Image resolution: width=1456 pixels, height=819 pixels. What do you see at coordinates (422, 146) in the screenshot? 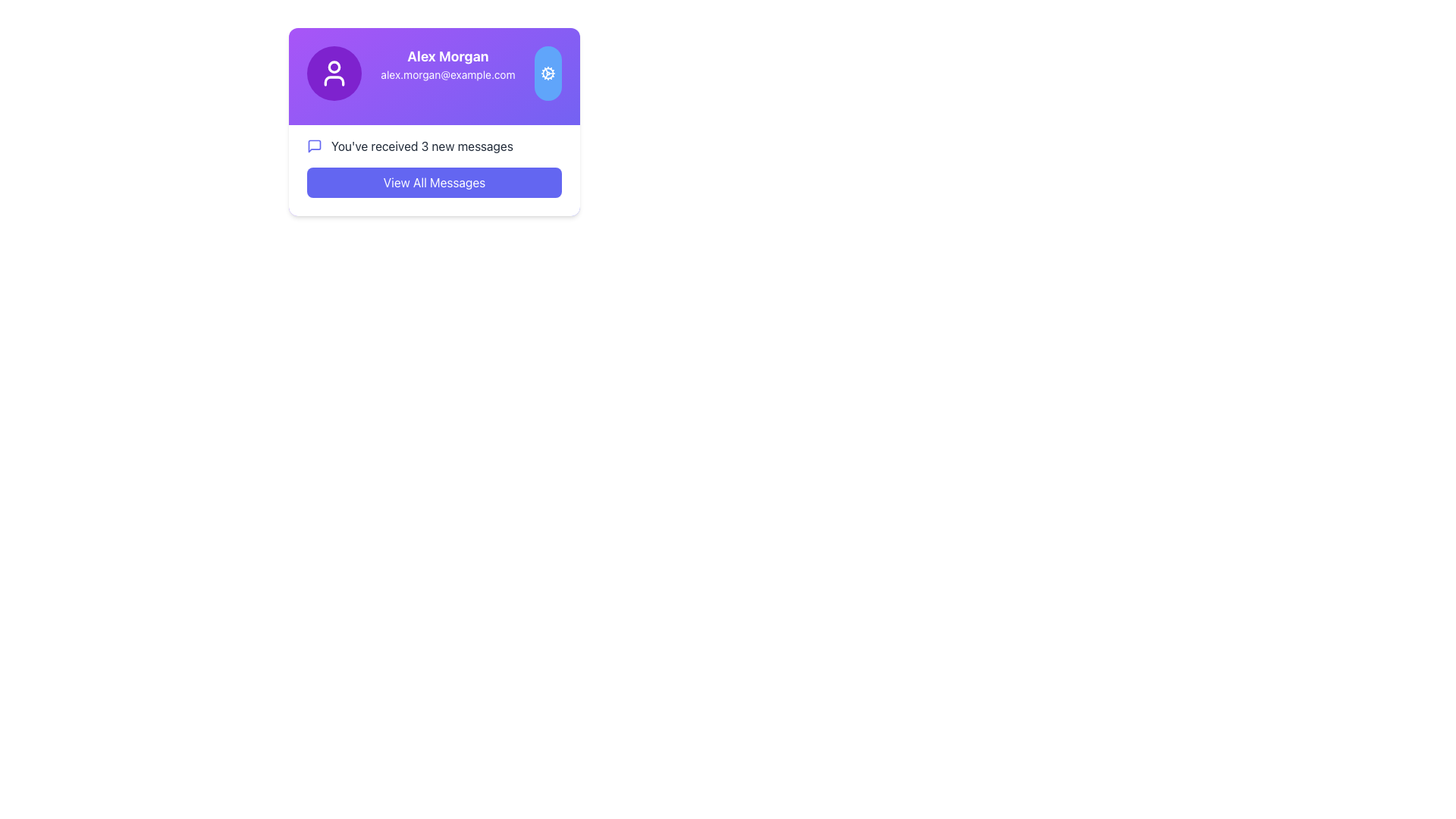
I see `the notification label displaying 'You've received 3 new messages', which is located beneath the user profile section and above the 'View All Messages' button` at bounding box center [422, 146].